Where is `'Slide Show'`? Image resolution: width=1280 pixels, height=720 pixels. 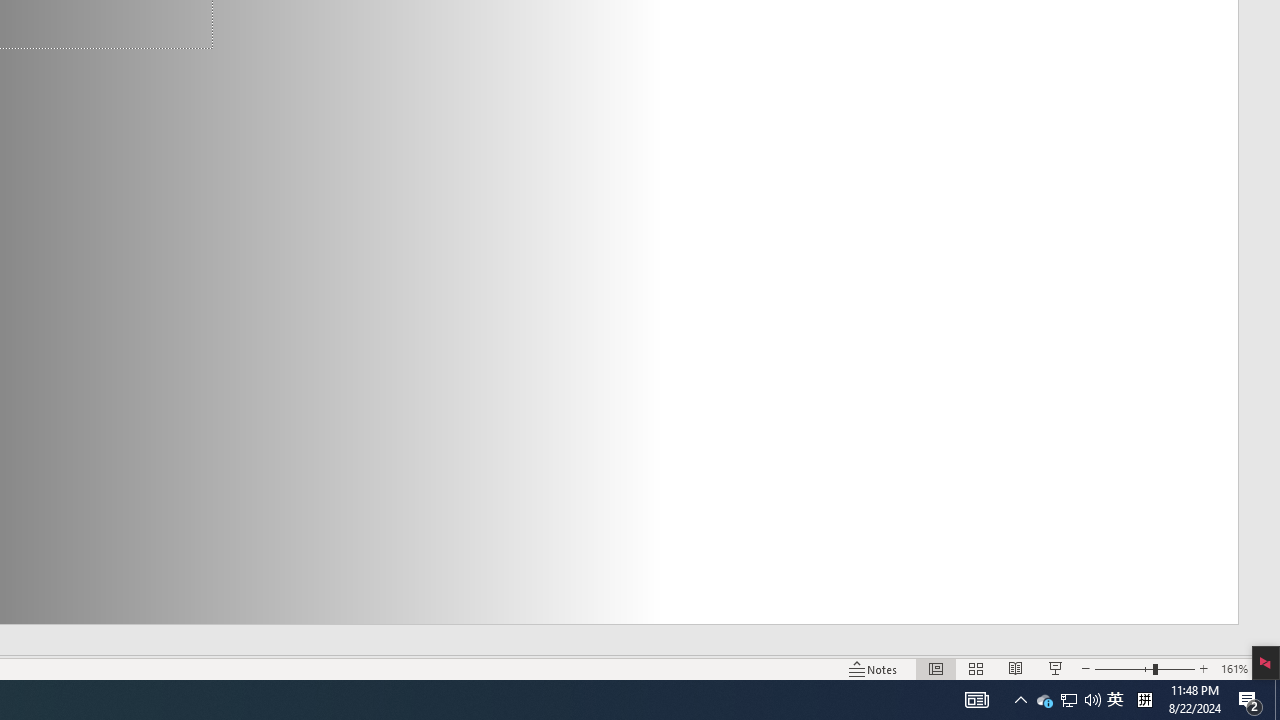 'Slide Show' is located at coordinates (1055, 669).